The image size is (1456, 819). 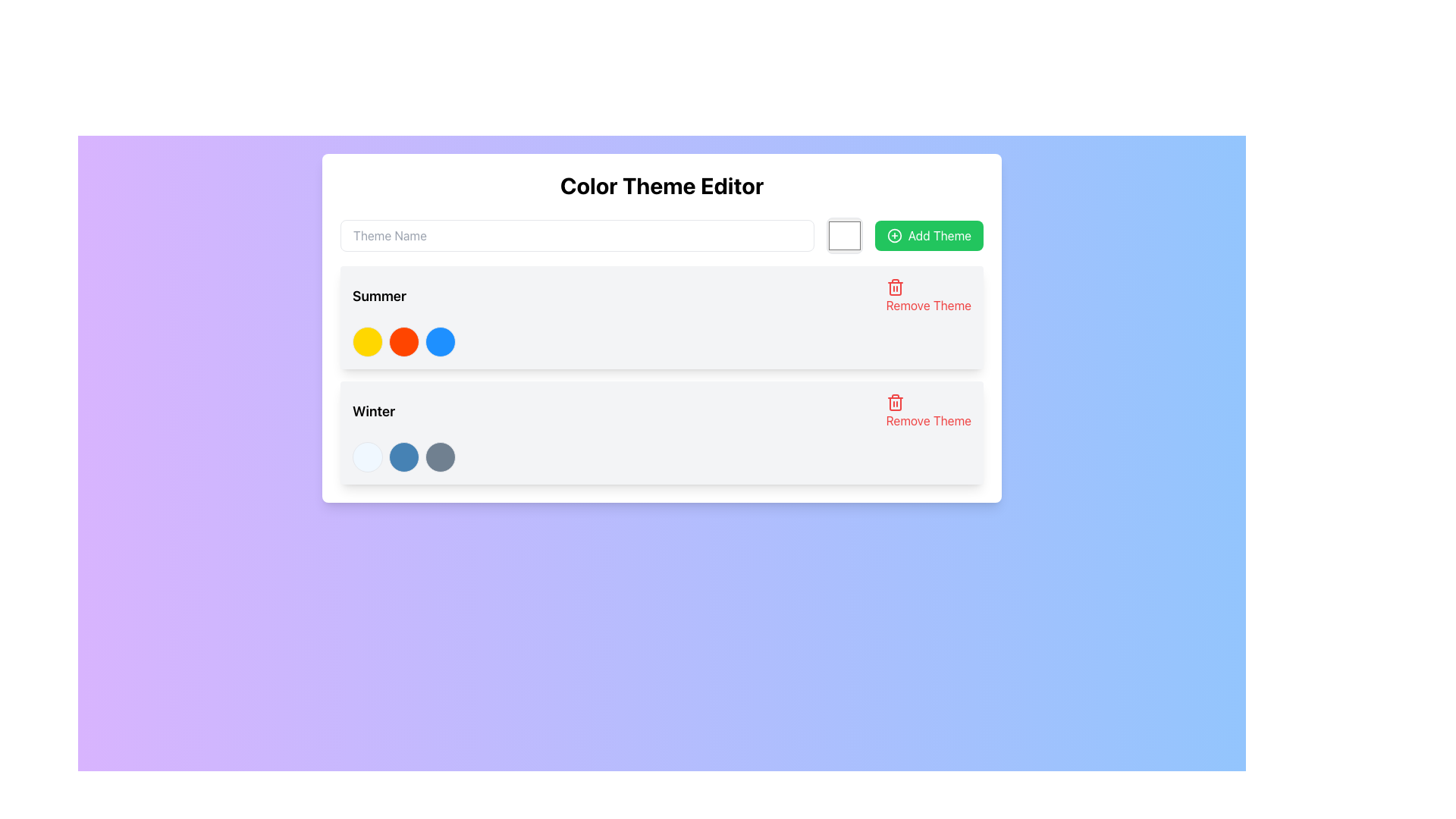 I want to click on the second circular element filled with bright red color in the 'Summer' section, which is positioned above the 'Winter' section, so click(x=403, y=342).